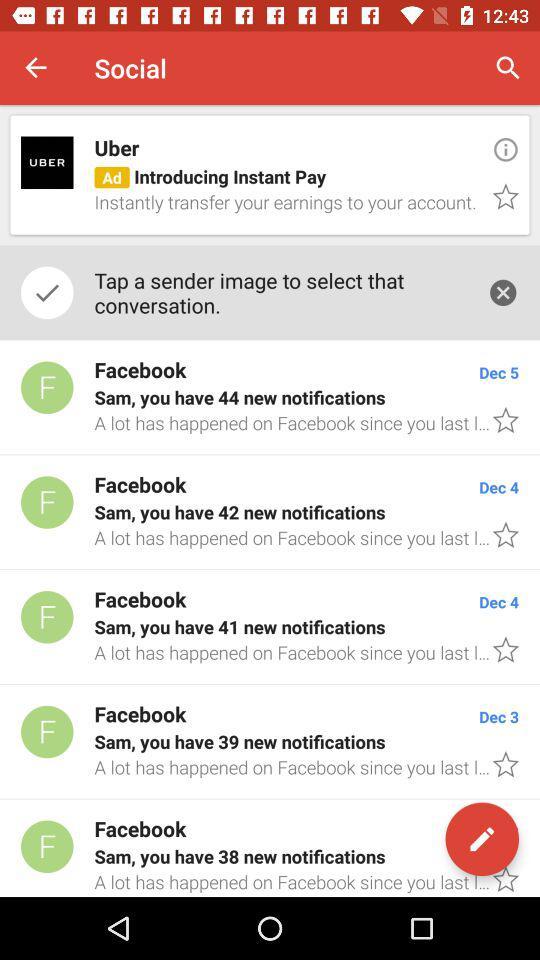 Image resolution: width=540 pixels, height=960 pixels. What do you see at coordinates (36, 68) in the screenshot?
I see `item next to the social` at bounding box center [36, 68].